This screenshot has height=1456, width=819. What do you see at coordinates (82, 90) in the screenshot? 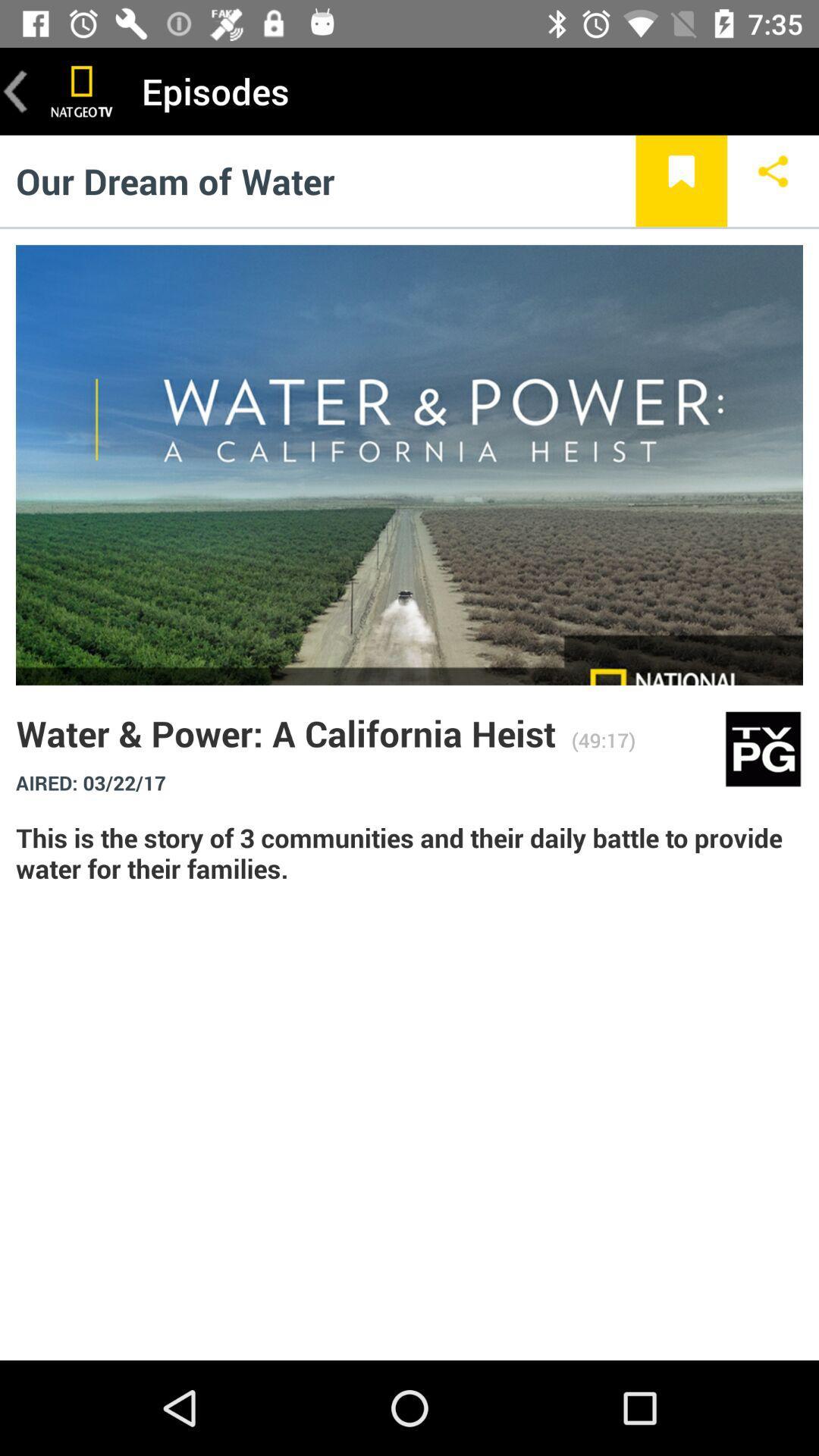
I see `print screen option` at bounding box center [82, 90].